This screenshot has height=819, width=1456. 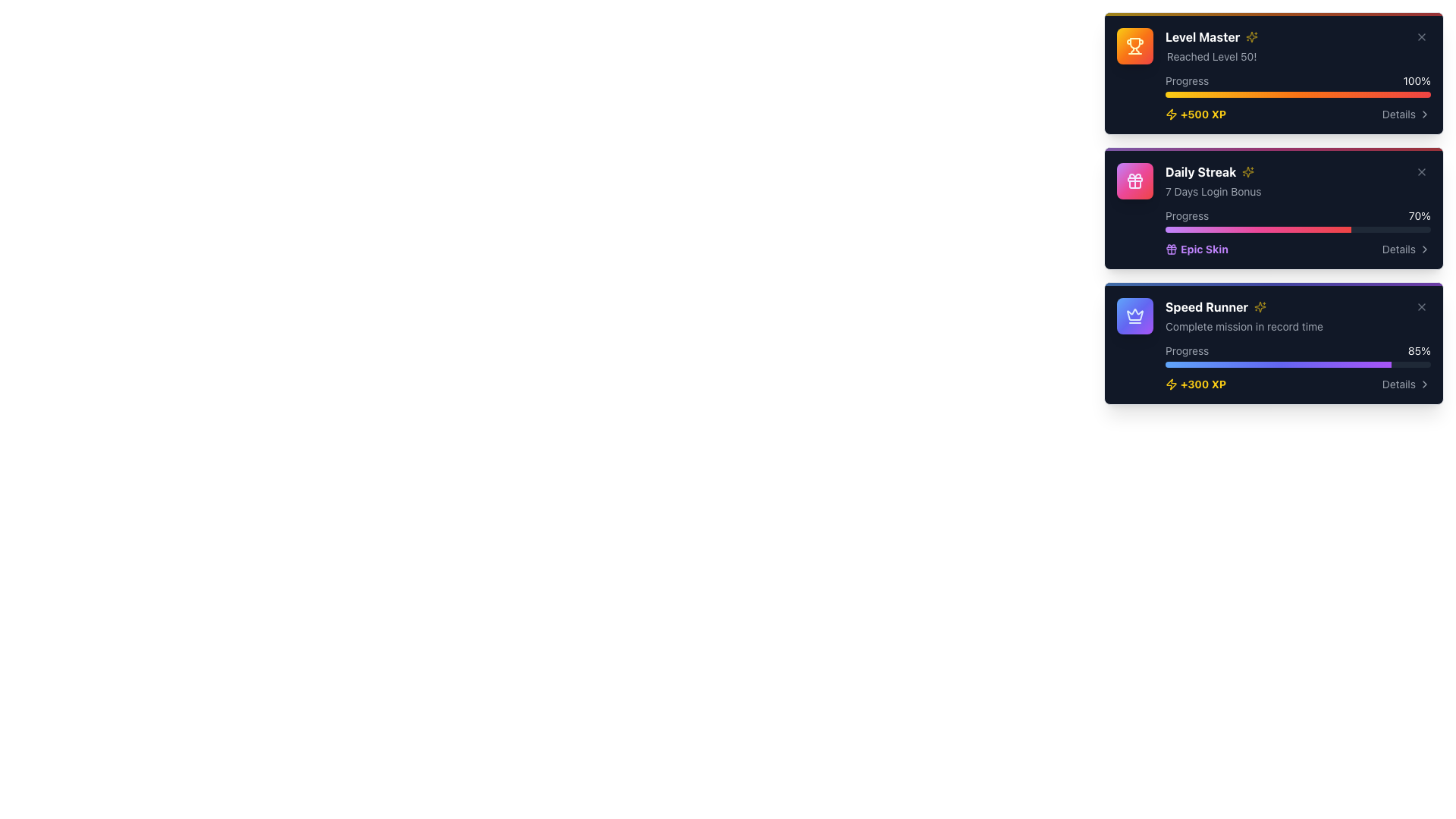 I want to click on the text label displaying '85%' in bold white font, which serves as a progress indicator on the 'Speed Runner' card, so click(x=1419, y=350).